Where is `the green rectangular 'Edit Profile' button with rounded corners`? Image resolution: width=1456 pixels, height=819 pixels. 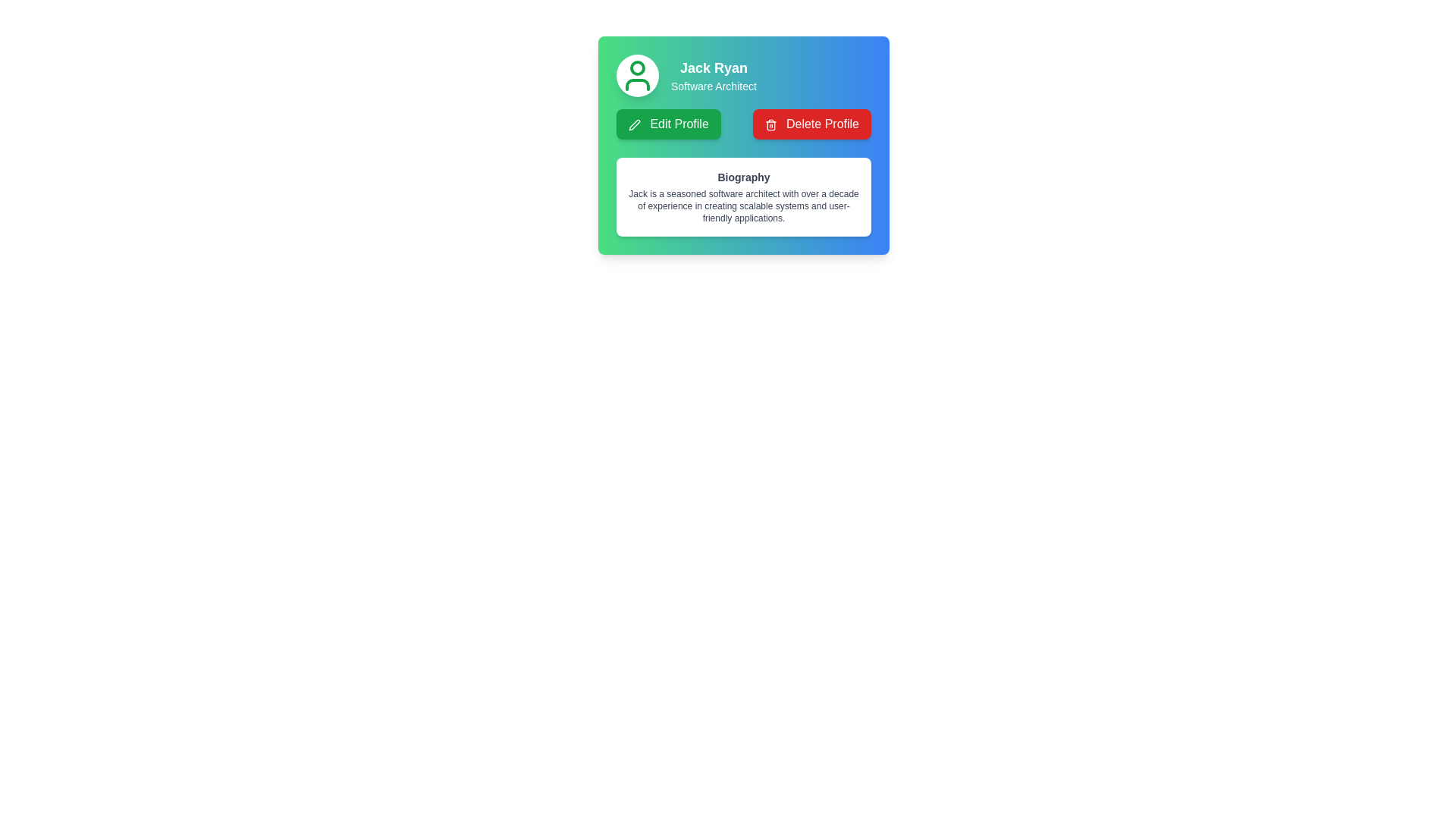 the green rectangular 'Edit Profile' button with rounded corners is located at coordinates (667, 124).